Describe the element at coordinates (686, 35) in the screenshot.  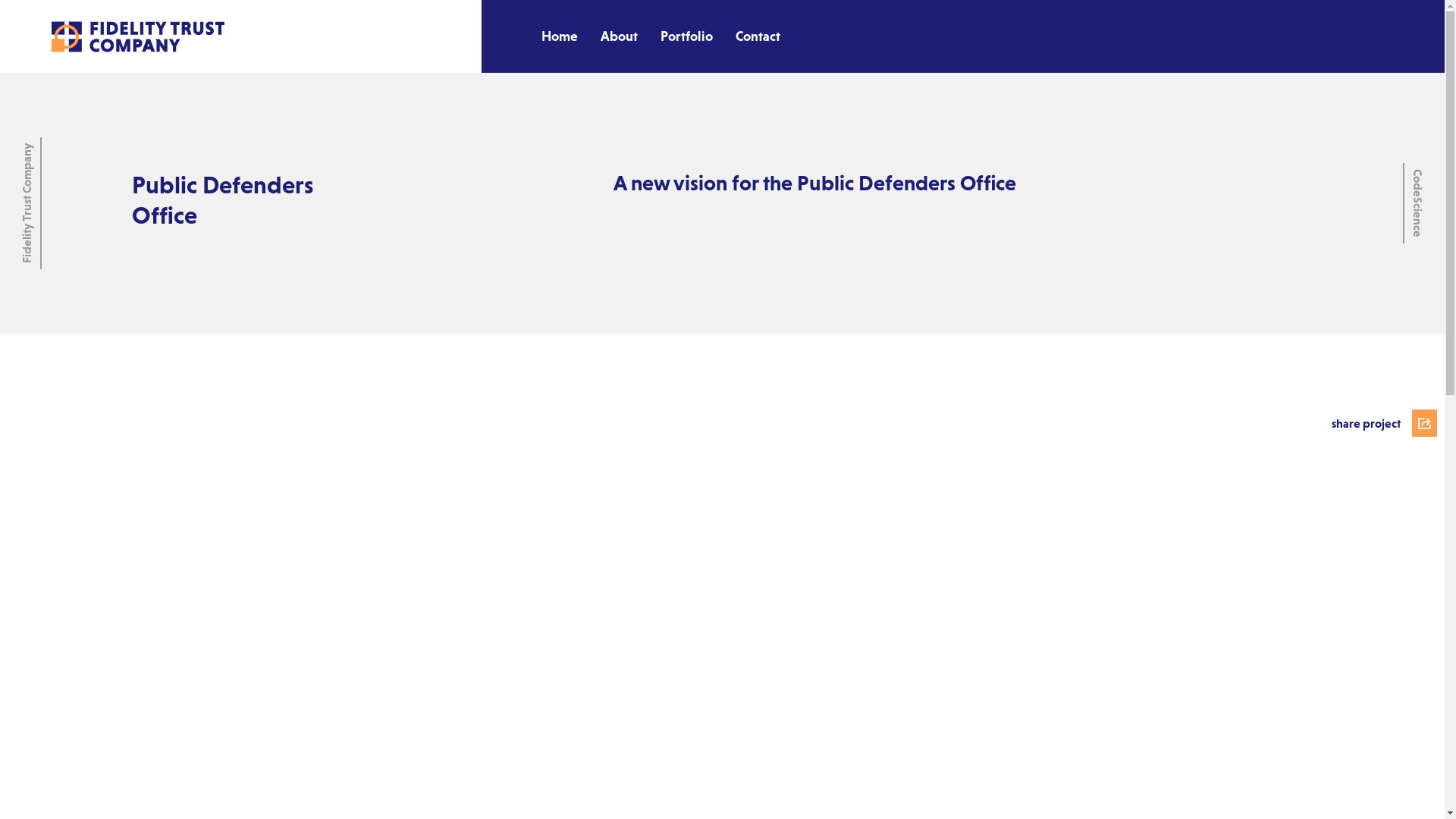
I see `'Portfolio'` at that location.